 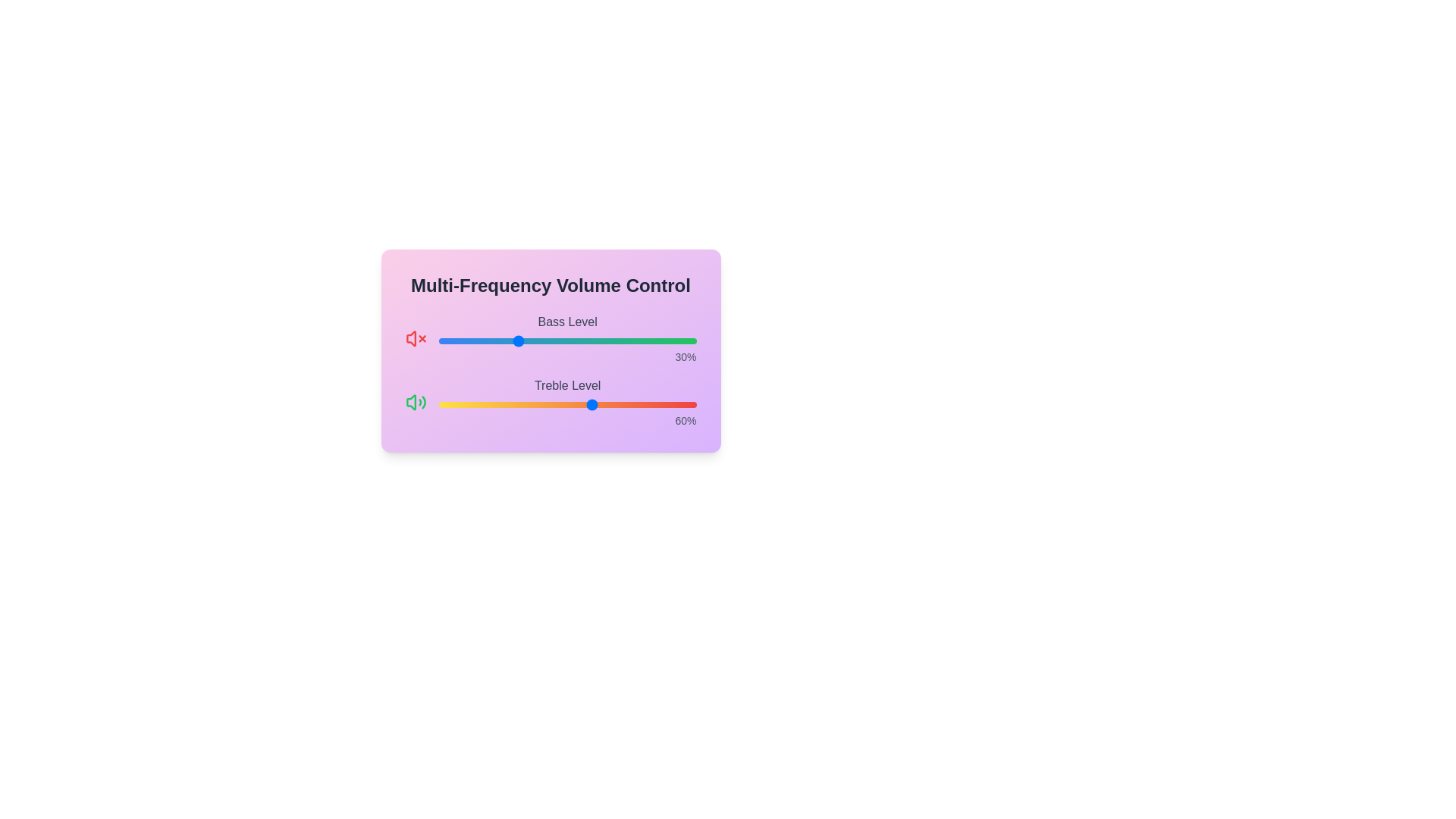 What do you see at coordinates (416, 338) in the screenshot?
I see `the mute icon for the bass control` at bounding box center [416, 338].